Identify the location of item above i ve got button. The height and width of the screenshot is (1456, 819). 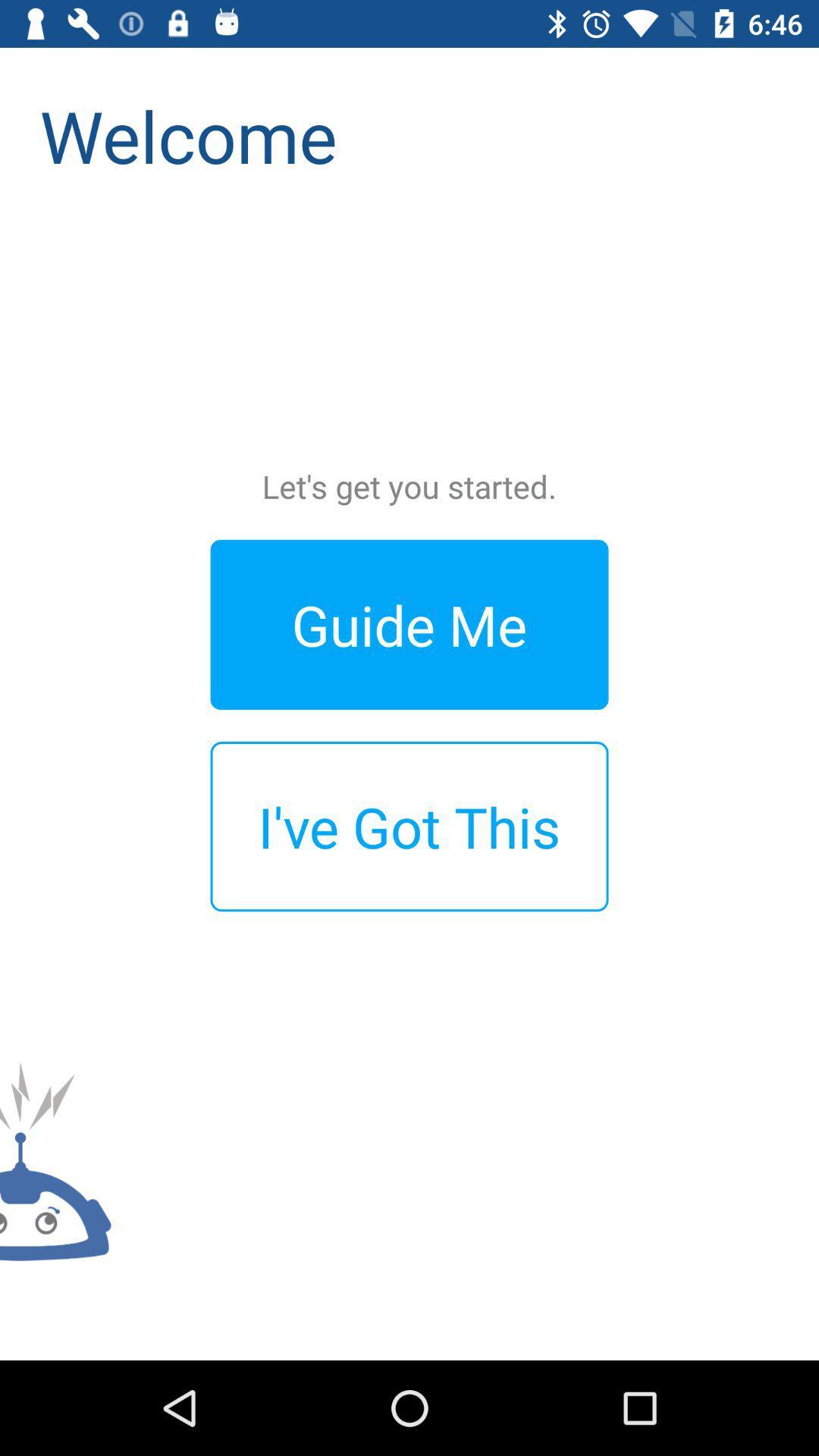
(409, 624).